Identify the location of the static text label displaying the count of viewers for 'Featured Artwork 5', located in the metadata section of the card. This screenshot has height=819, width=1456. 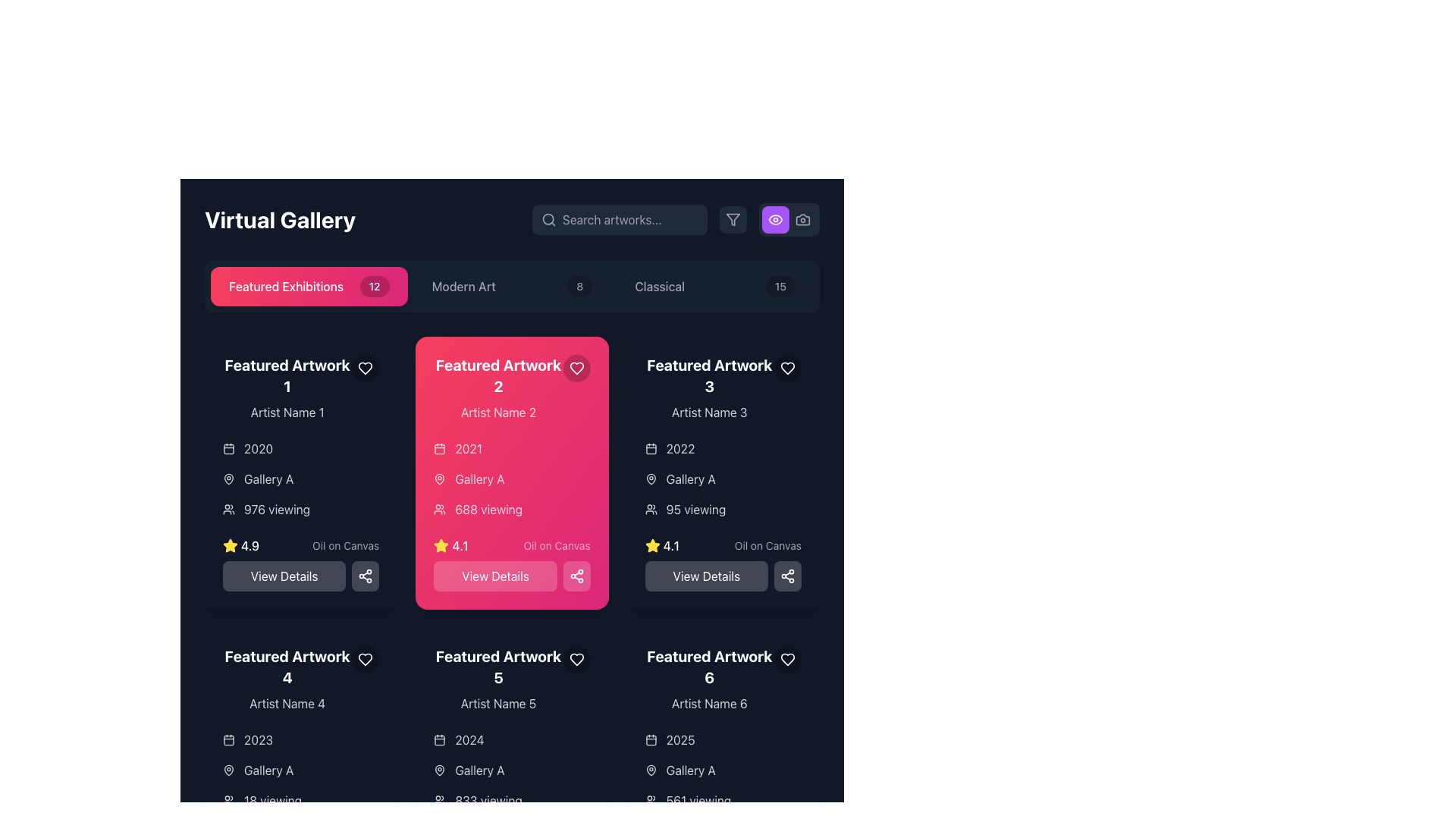
(488, 800).